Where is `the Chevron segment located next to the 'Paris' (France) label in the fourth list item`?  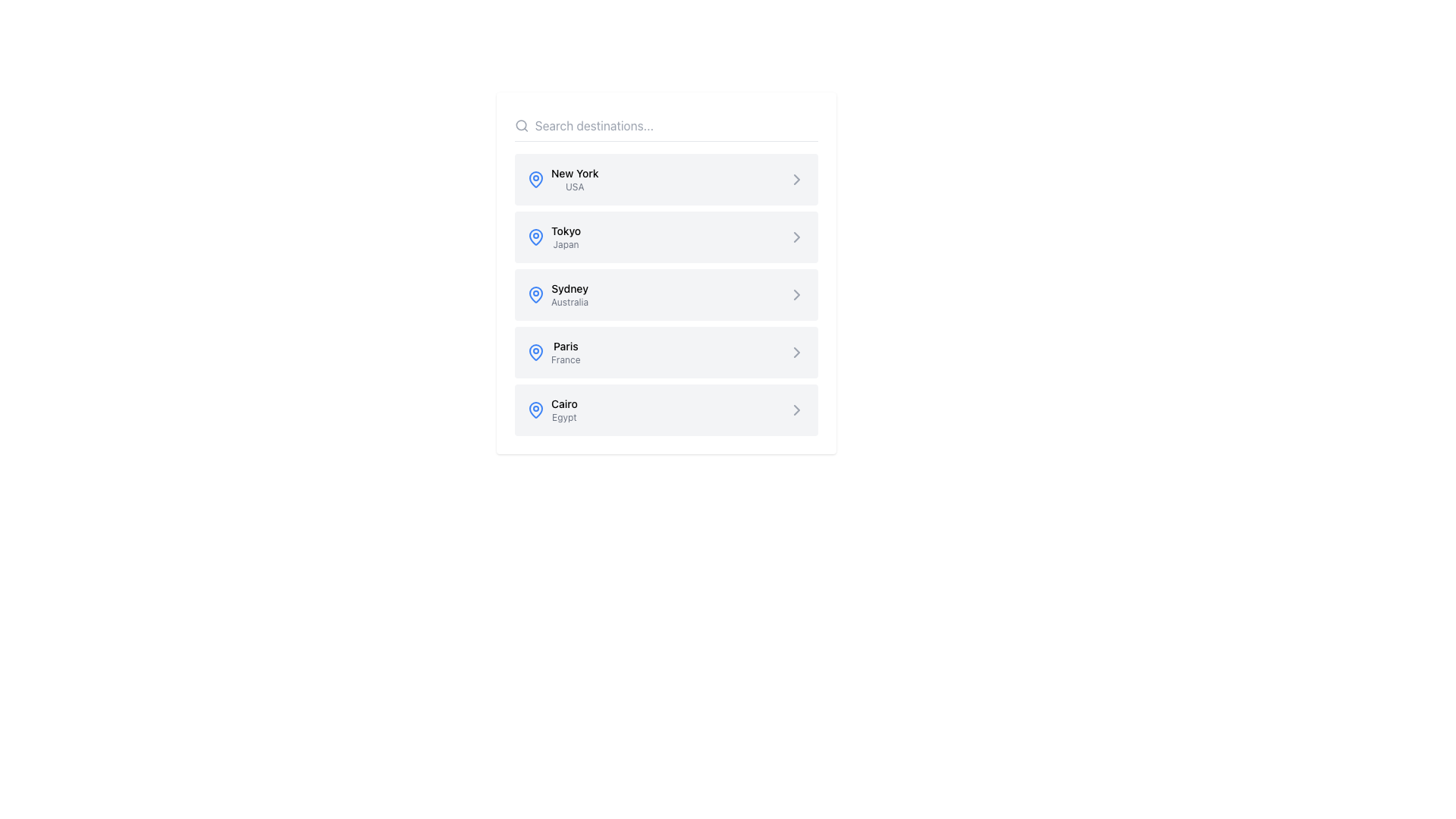 the Chevron segment located next to the 'Paris' (France) label in the fourth list item is located at coordinates (796, 353).